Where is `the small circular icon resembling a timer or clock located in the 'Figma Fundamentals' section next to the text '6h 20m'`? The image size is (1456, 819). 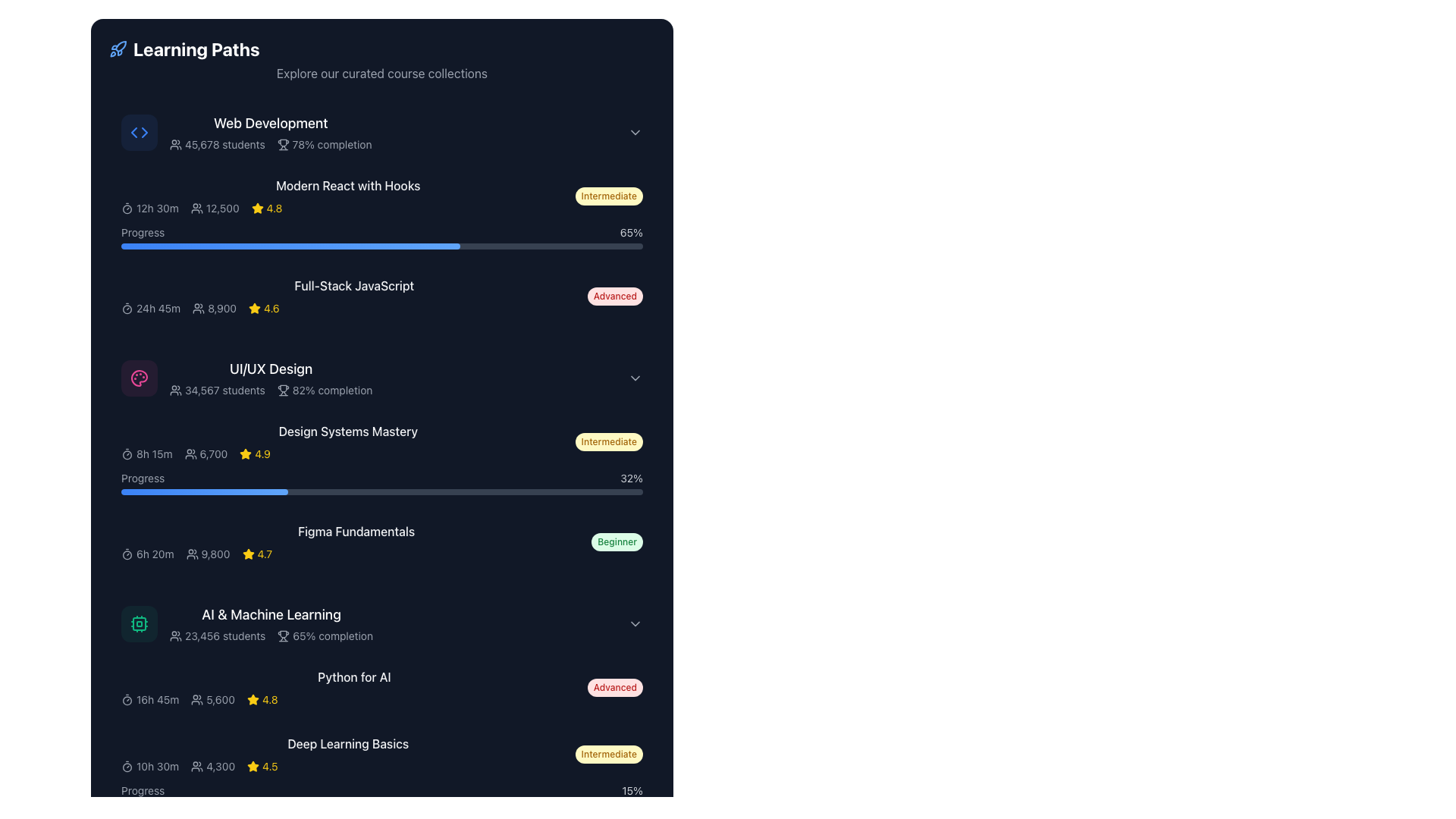 the small circular icon resembling a timer or clock located in the 'Figma Fundamentals' section next to the text '6h 20m' is located at coordinates (127, 554).